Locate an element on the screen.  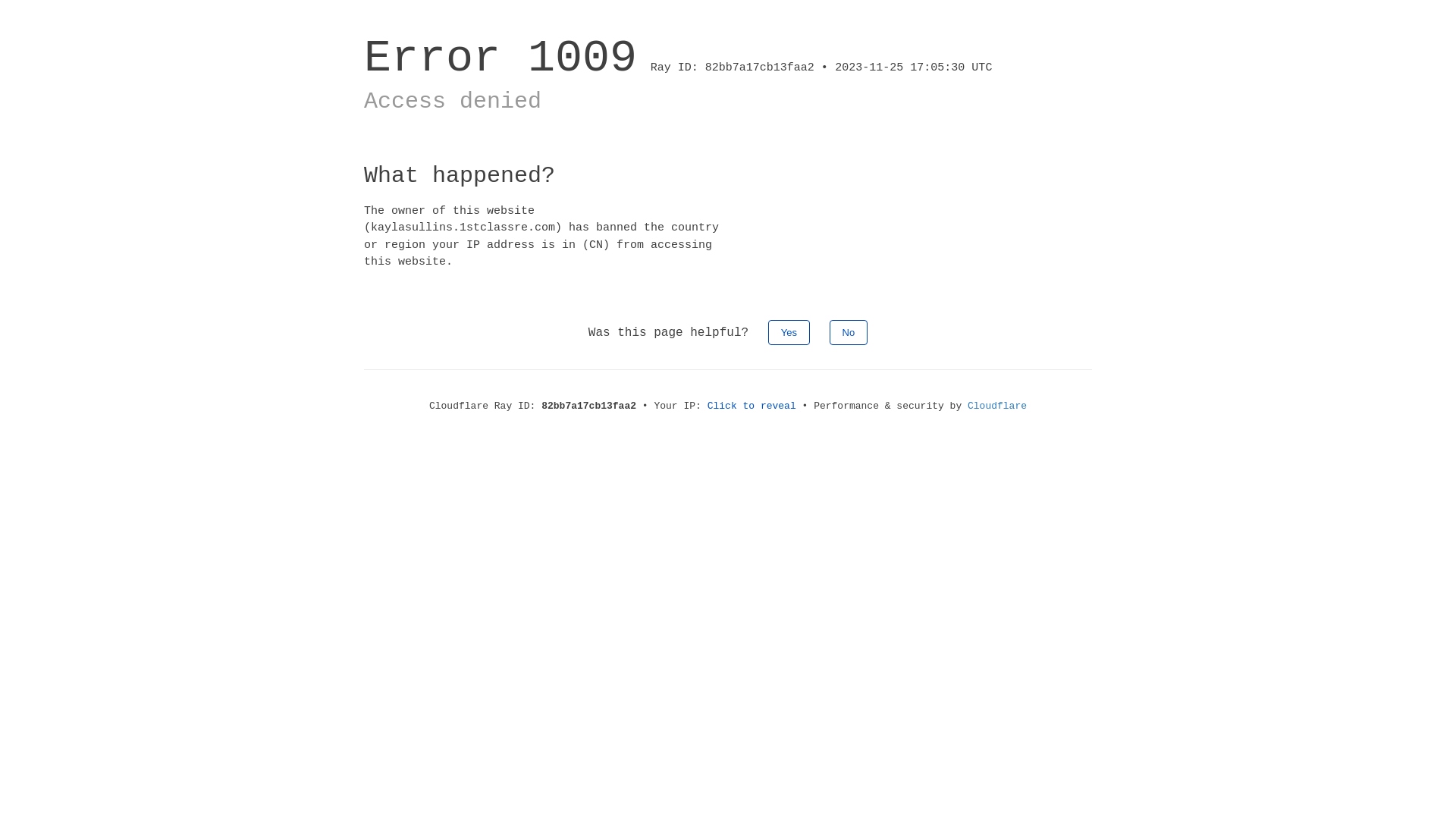
'No' is located at coordinates (848, 331).